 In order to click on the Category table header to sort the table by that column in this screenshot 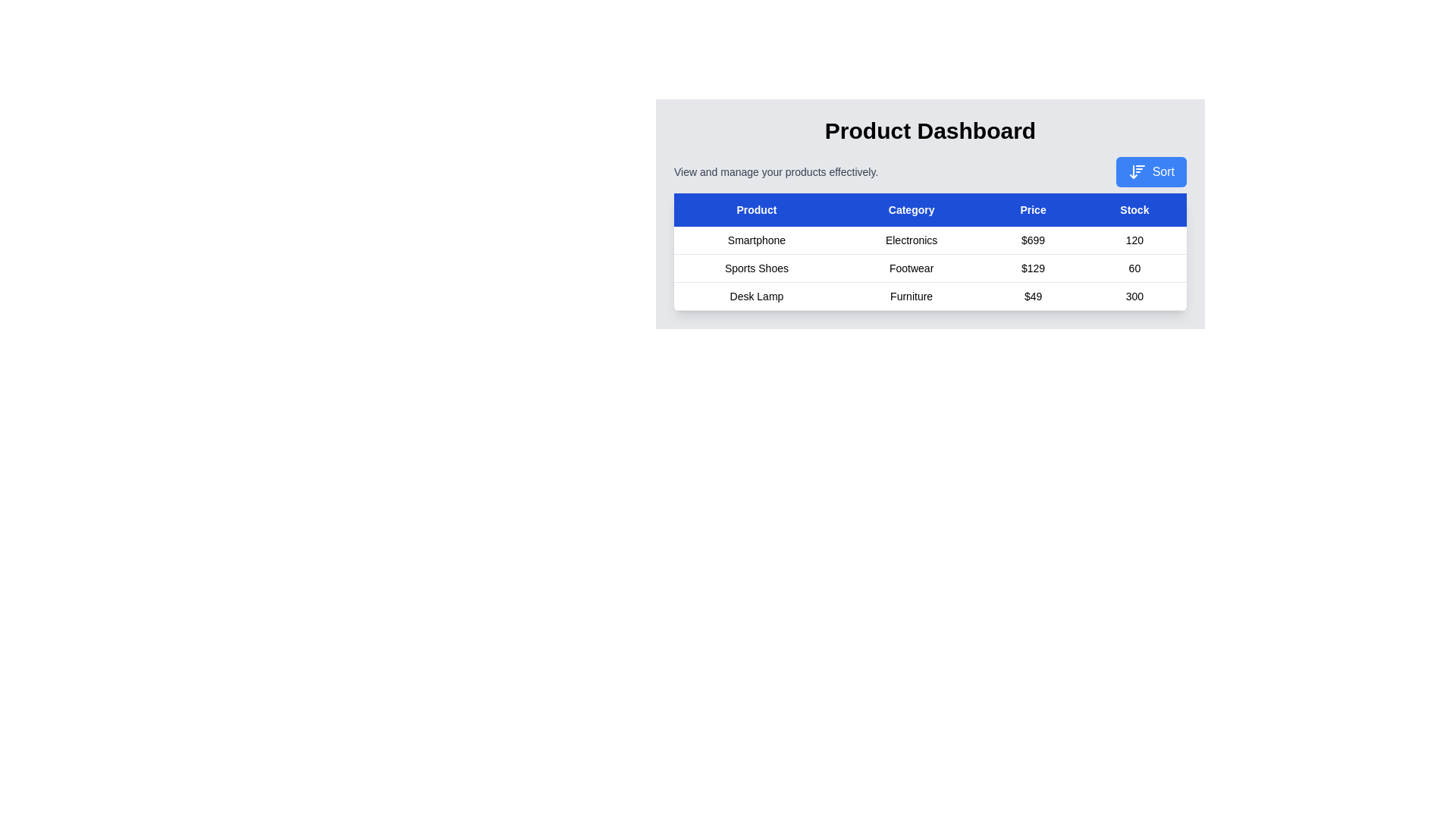, I will do `click(911, 210)`.